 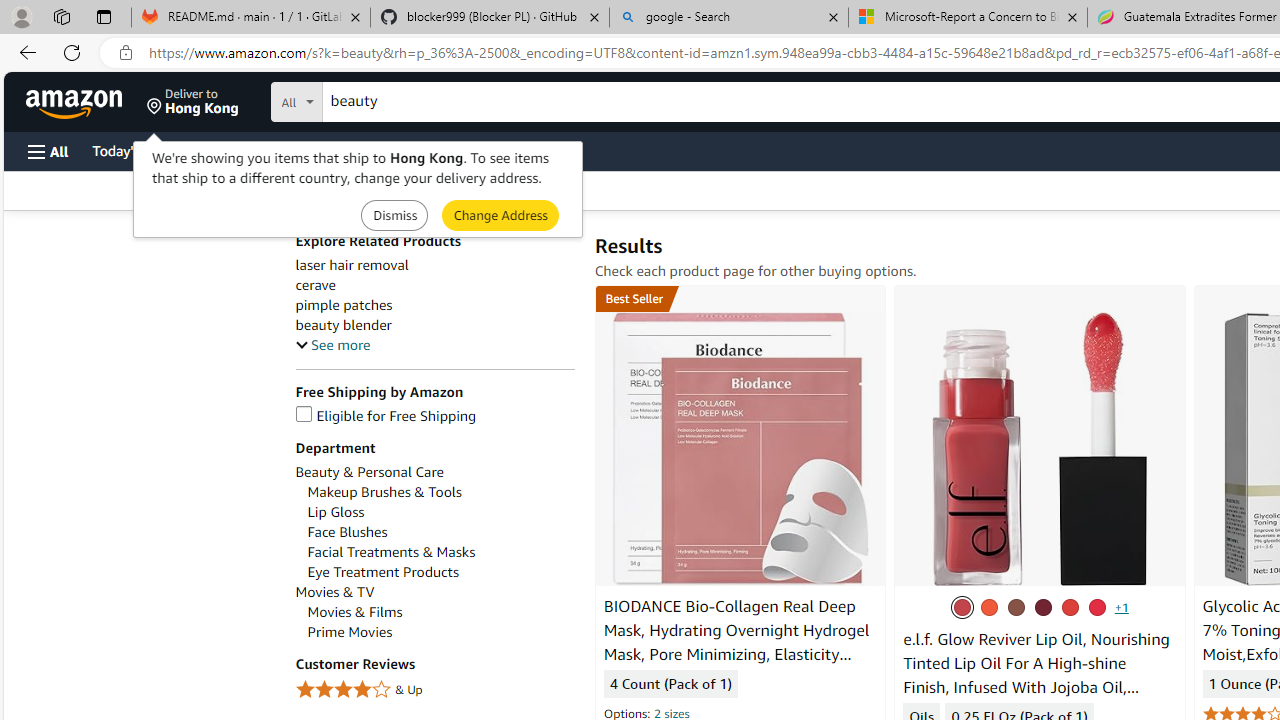 What do you see at coordinates (433, 591) in the screenshot?
I see `'Movies & TV'` at bounding box center [433, 591].